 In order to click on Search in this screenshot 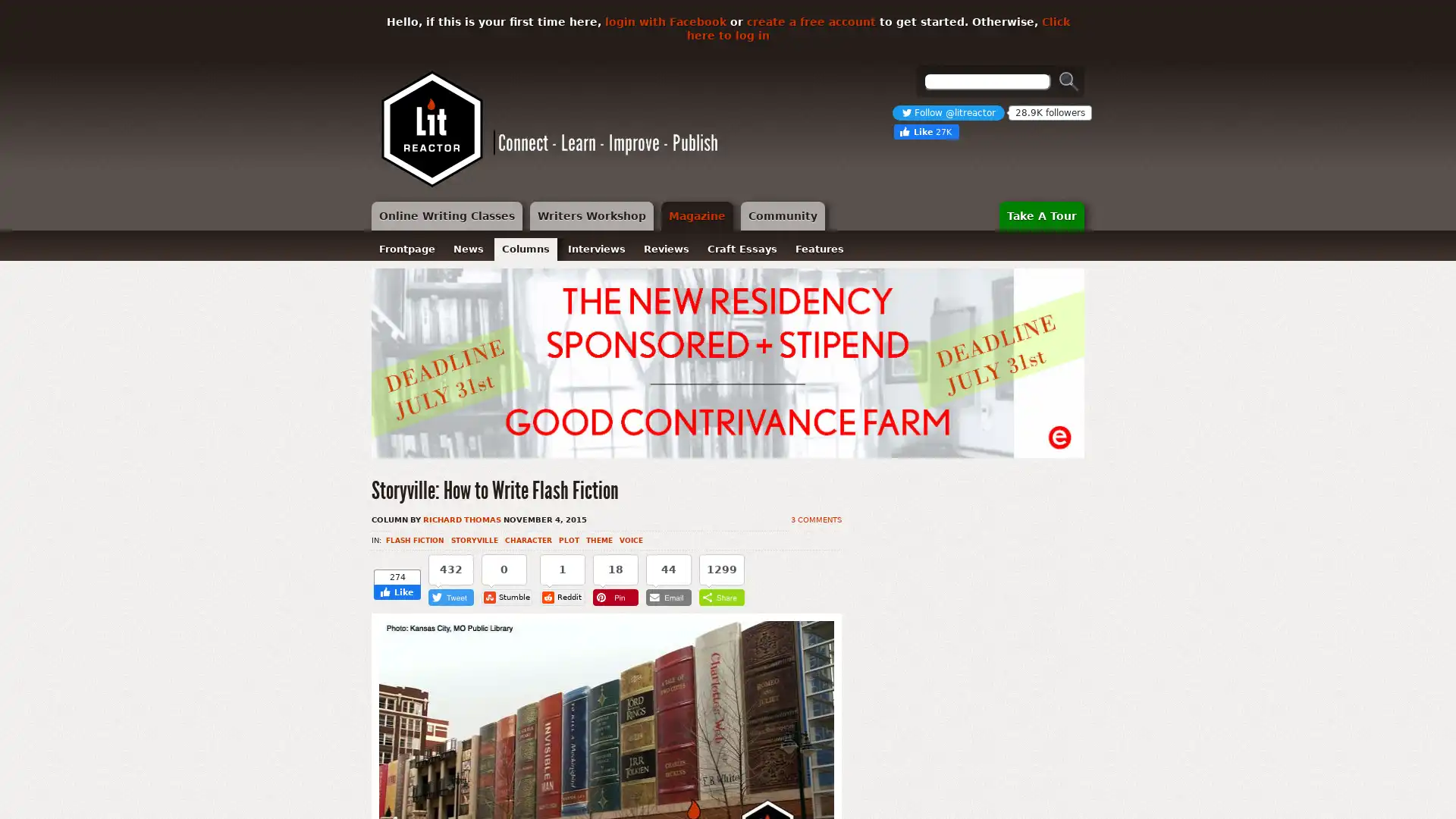, I will do `click(1068, 81)`.